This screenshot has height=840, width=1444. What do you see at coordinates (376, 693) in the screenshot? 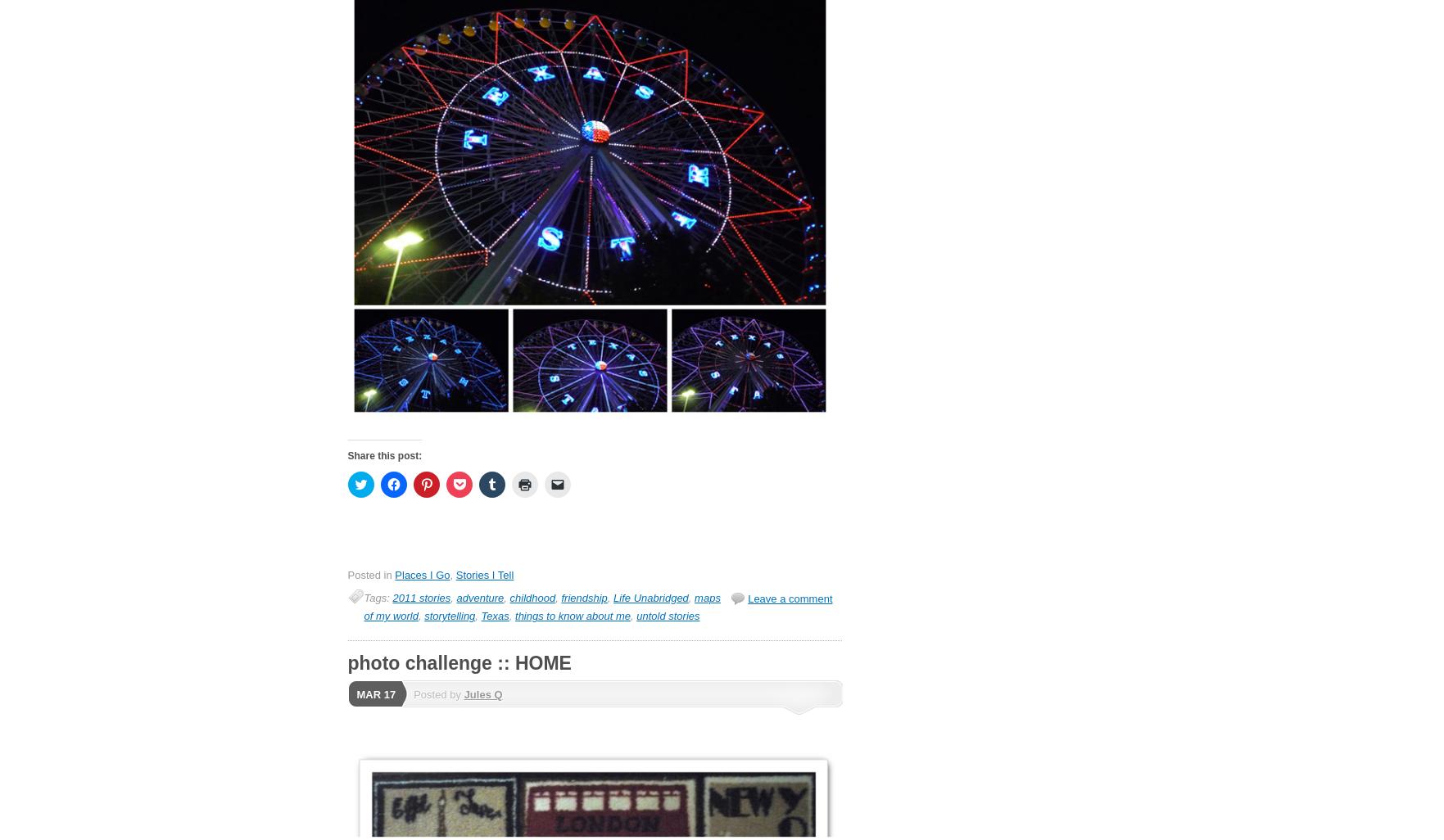
I see `'Mar 17'` at bounding box center [376, 693].